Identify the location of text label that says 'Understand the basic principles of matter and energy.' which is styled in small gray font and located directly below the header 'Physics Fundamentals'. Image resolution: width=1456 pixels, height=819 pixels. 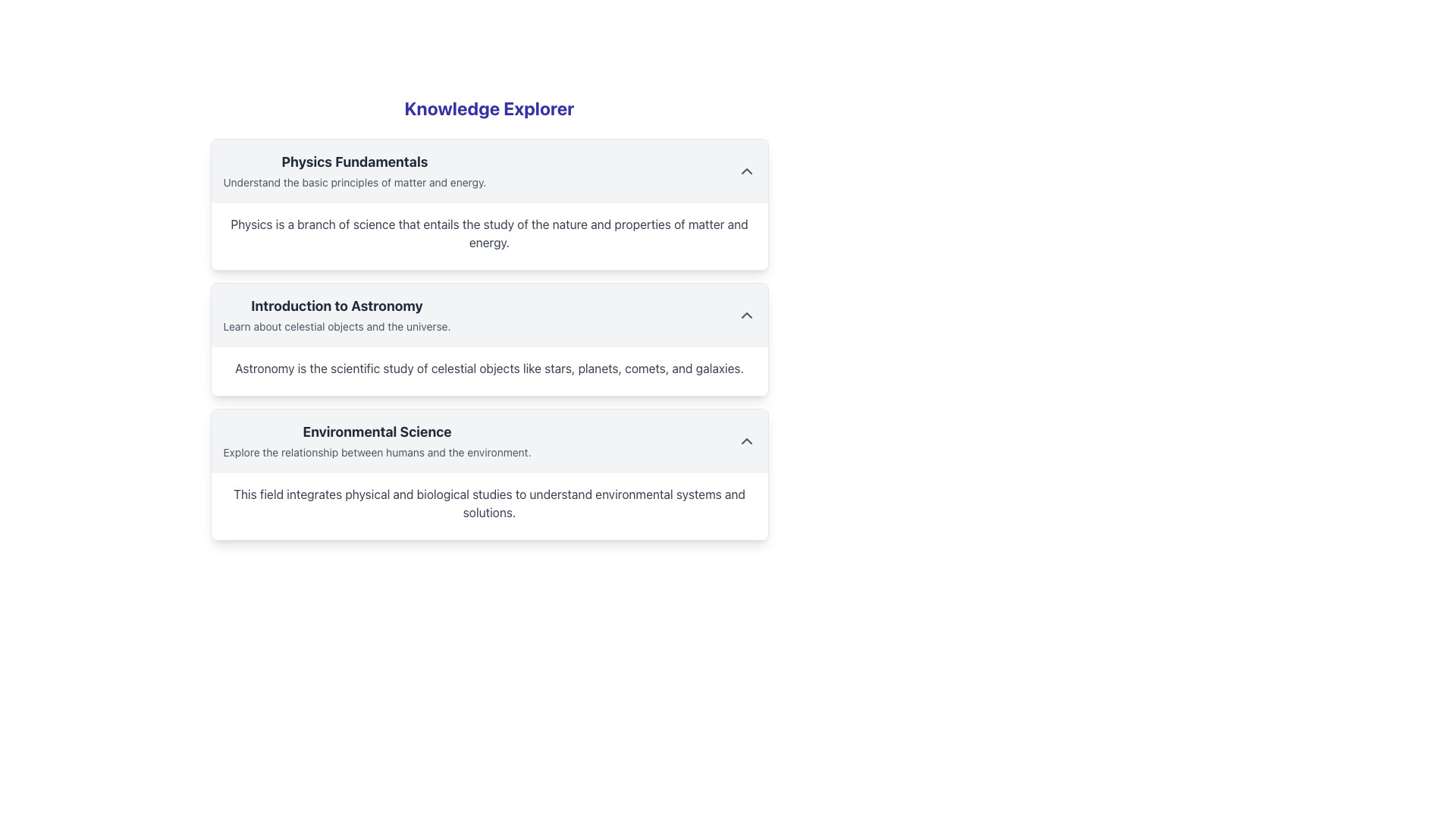
(353, 181).